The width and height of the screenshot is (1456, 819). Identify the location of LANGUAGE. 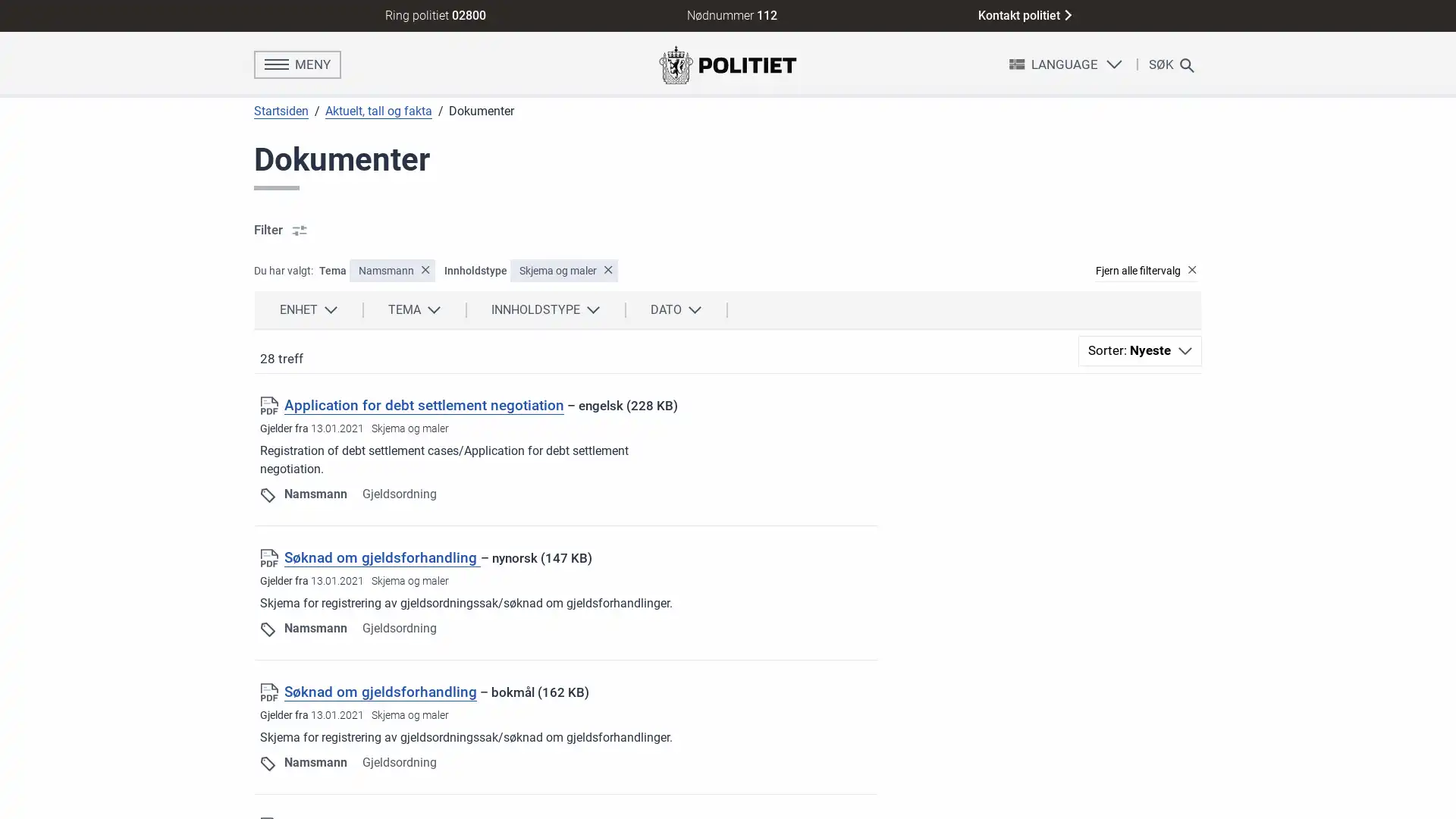
(1064, 63).